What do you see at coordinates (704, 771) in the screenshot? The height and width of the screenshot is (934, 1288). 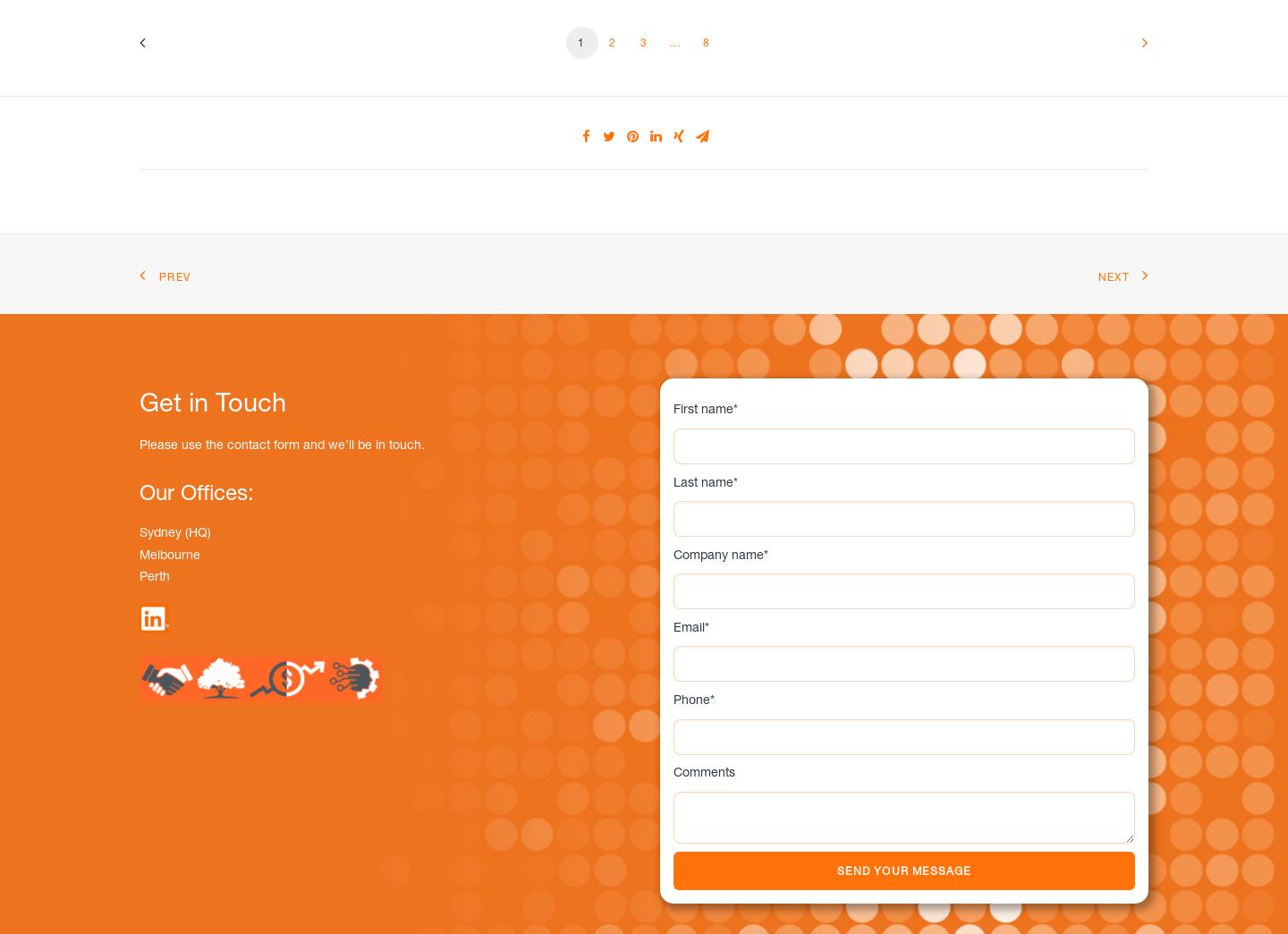 I see `'Comments'` at bounding box center [704, 771].